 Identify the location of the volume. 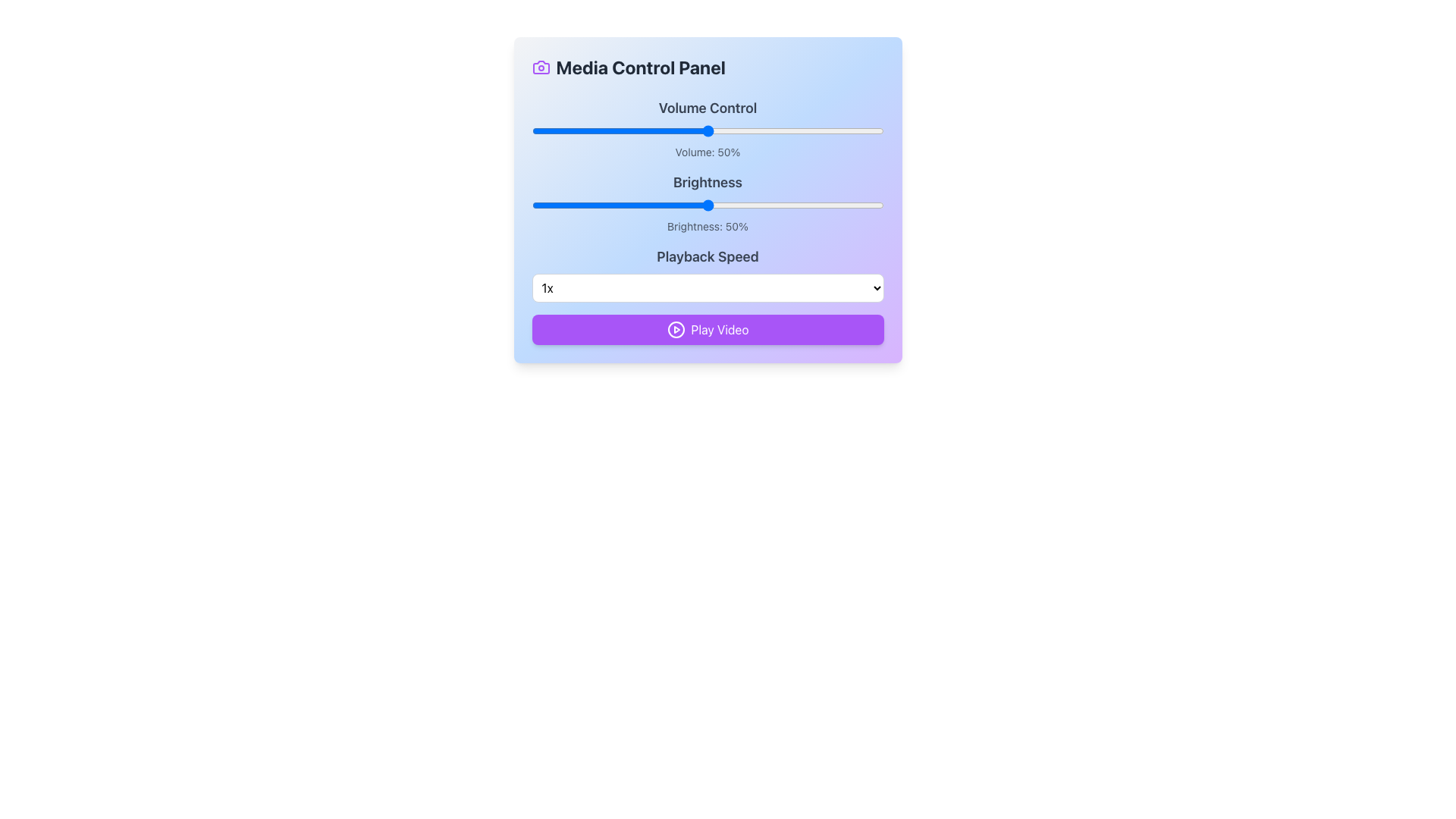
(604, 130).